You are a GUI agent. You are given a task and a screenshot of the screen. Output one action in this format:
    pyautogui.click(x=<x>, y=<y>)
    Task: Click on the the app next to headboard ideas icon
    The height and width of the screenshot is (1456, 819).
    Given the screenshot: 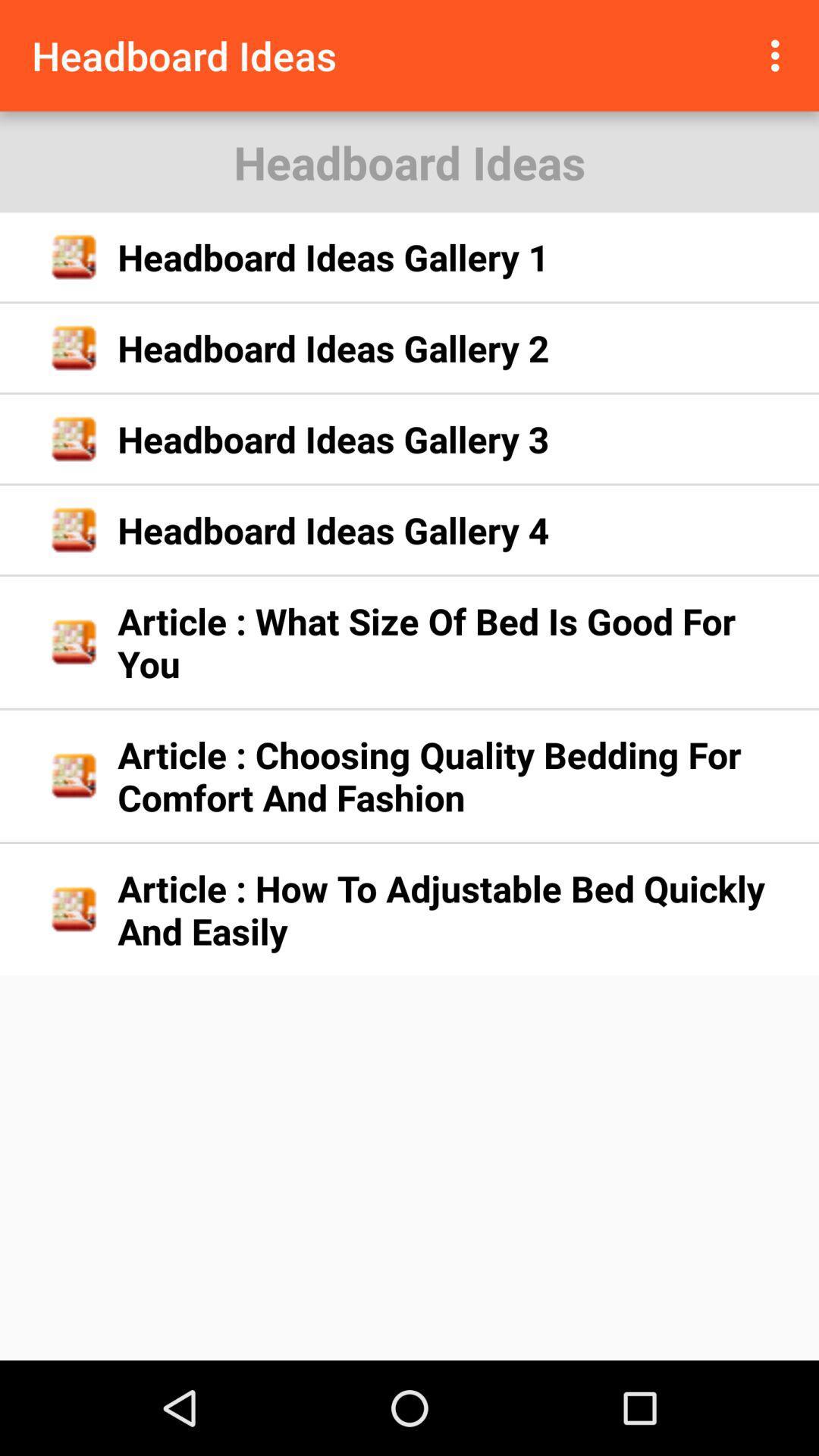 What is the action you would take?
    pyautogui.click(x=779, y=55)
    